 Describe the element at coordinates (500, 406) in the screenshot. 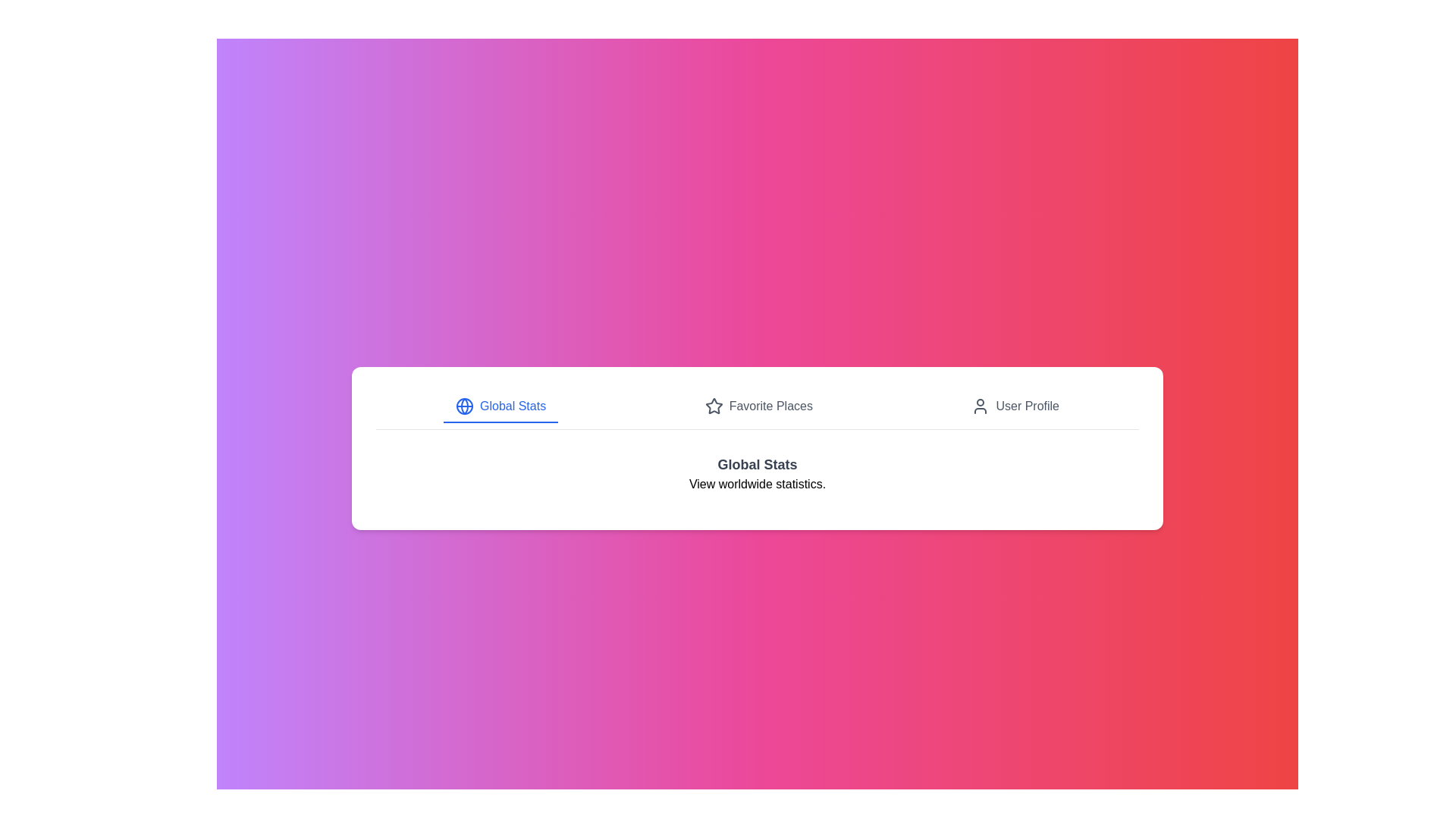

I see `the 'Global Stats' navigation button, which is the first button in a group containing 'Global Stats', 'Favorite Places', and 'User Profile'` at that location.